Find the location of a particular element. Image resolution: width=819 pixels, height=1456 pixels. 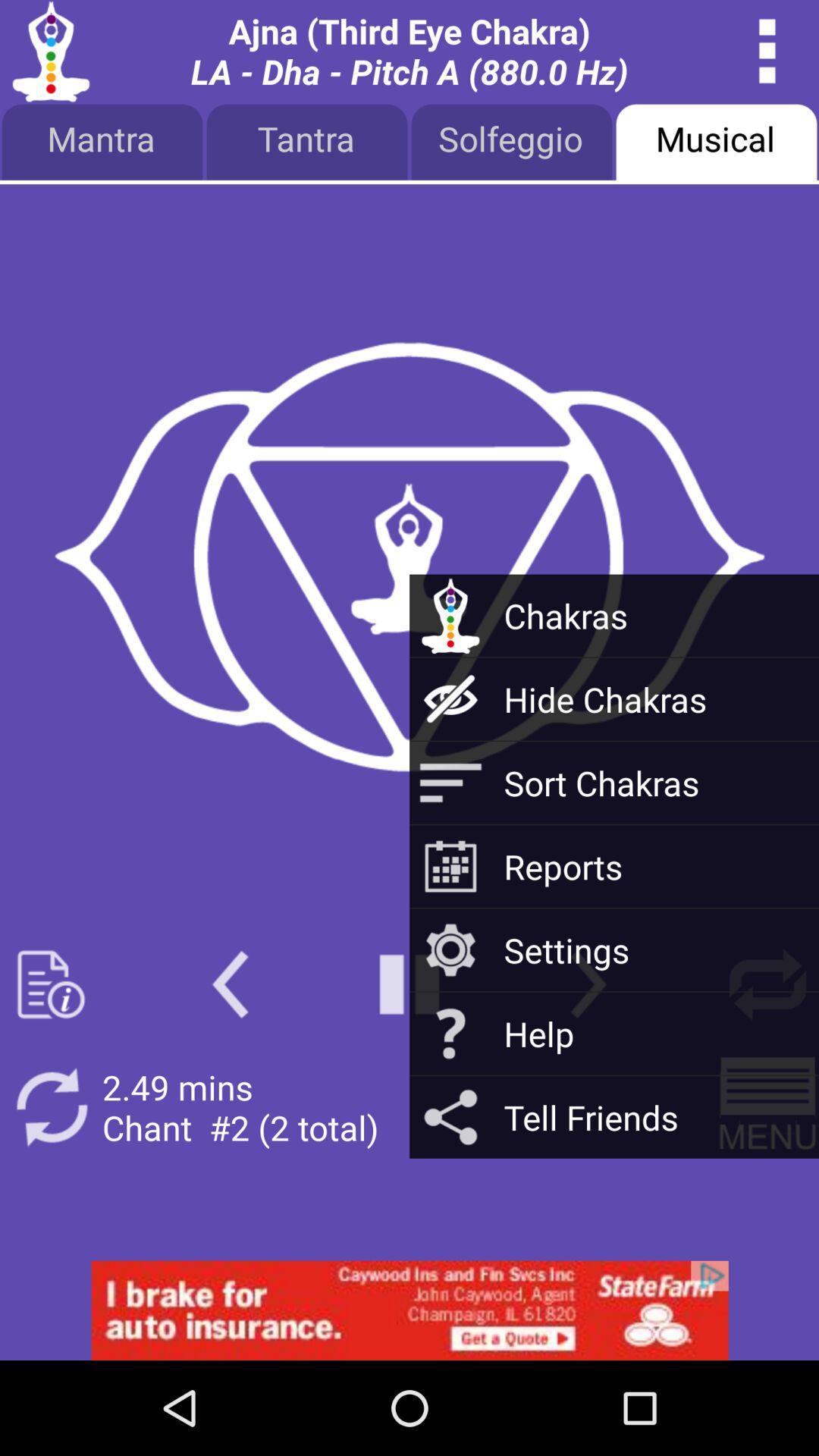

loop button is located at coordinates (767, 984).